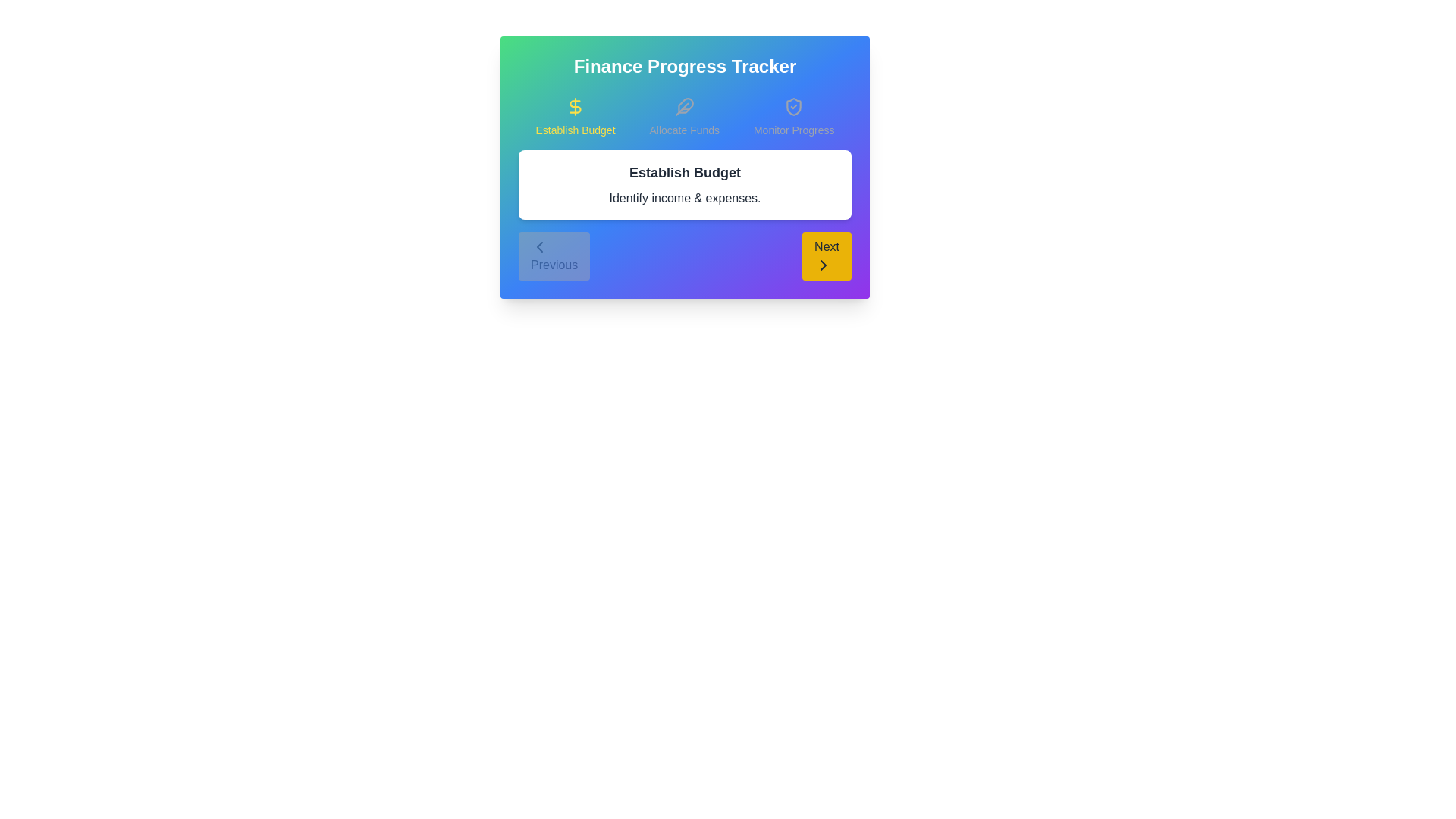 Image resolution: width=1456 pixels, height=819 pixels. Describe the element at coordinates (574, 116) in the screenshot. I see `the process icon for Establish Budget` at that location.